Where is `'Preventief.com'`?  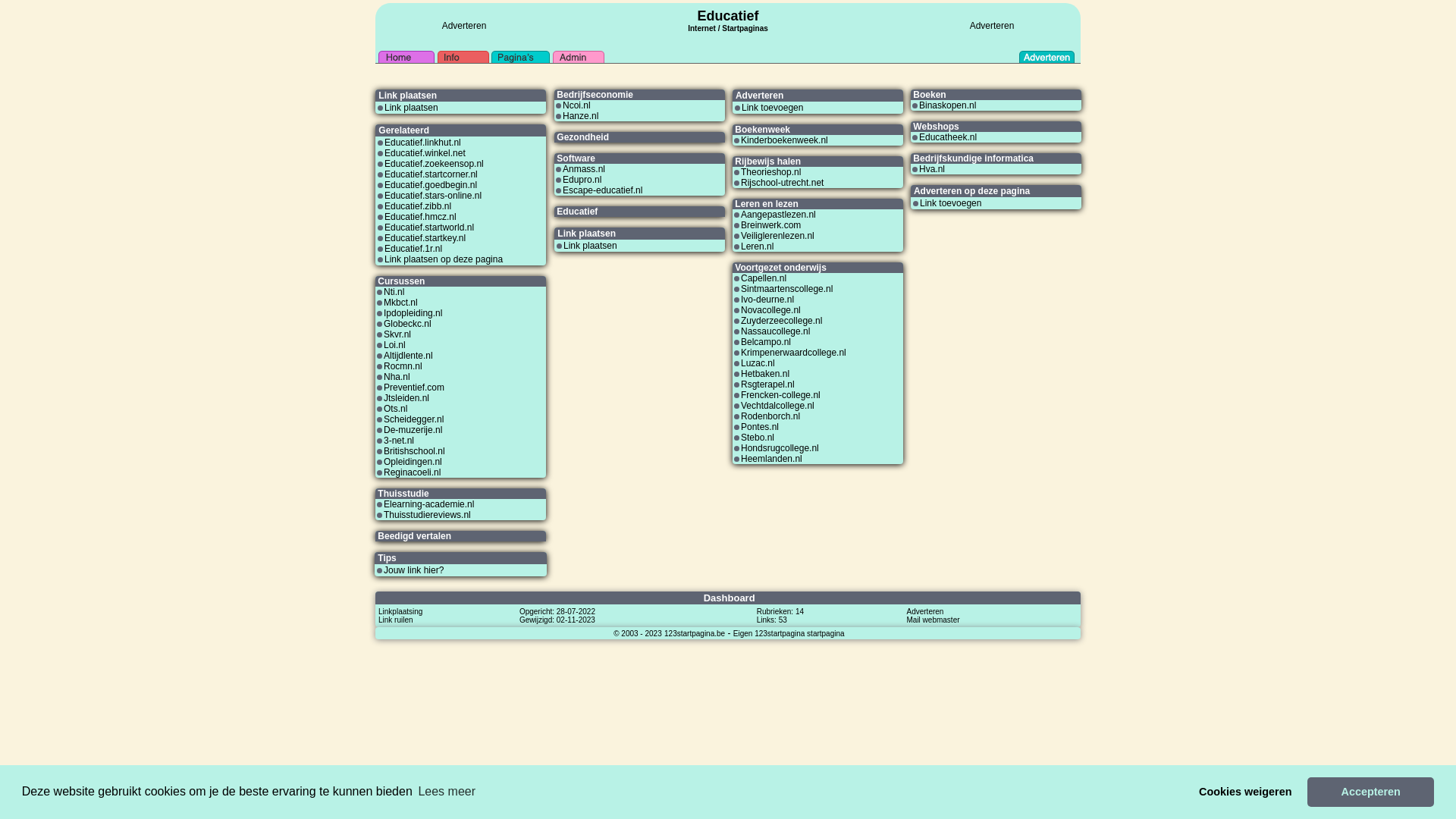 'Preventief.com' is located at coordinates (383, 386).